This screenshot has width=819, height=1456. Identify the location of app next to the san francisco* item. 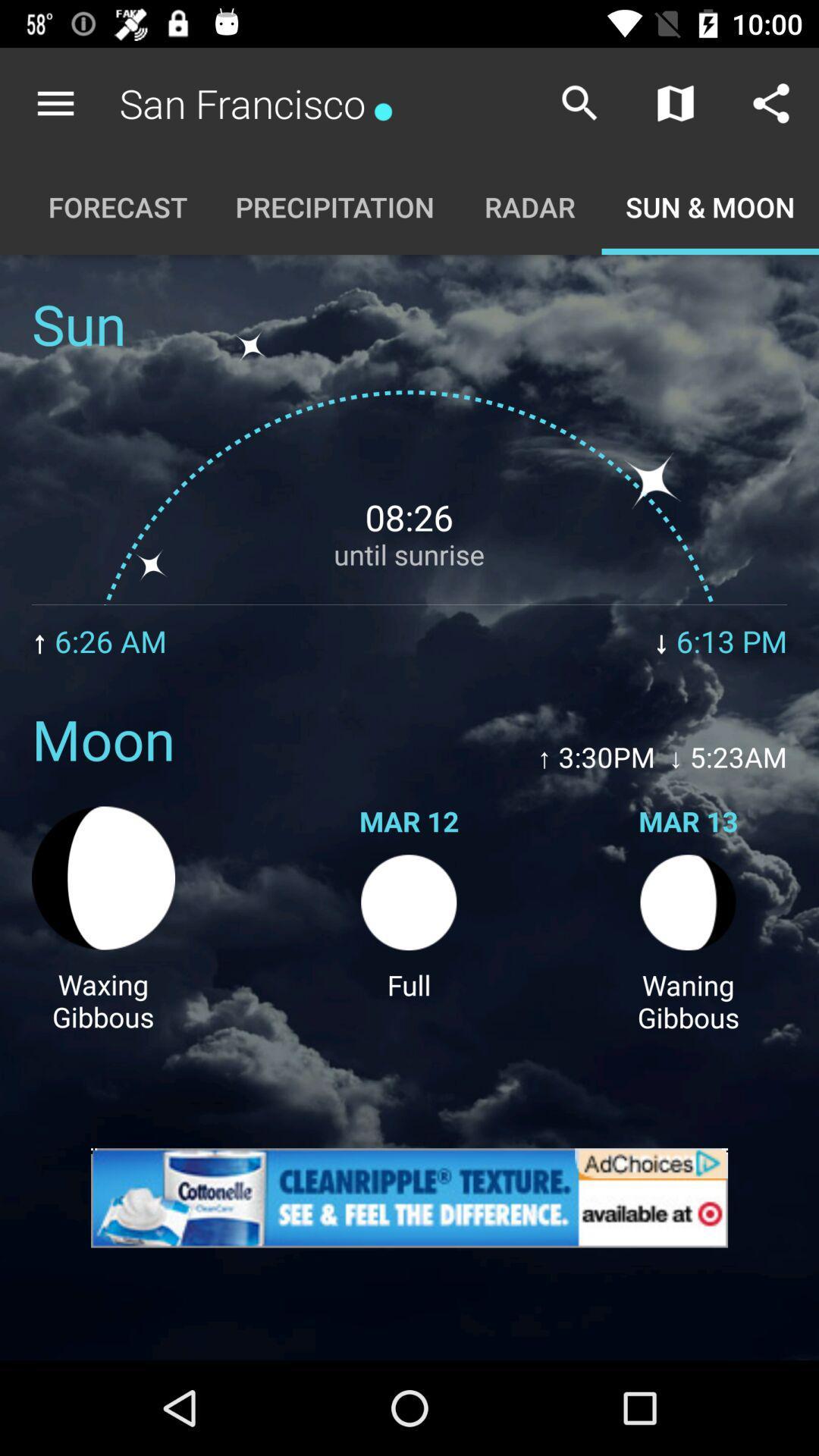
(579, 102).